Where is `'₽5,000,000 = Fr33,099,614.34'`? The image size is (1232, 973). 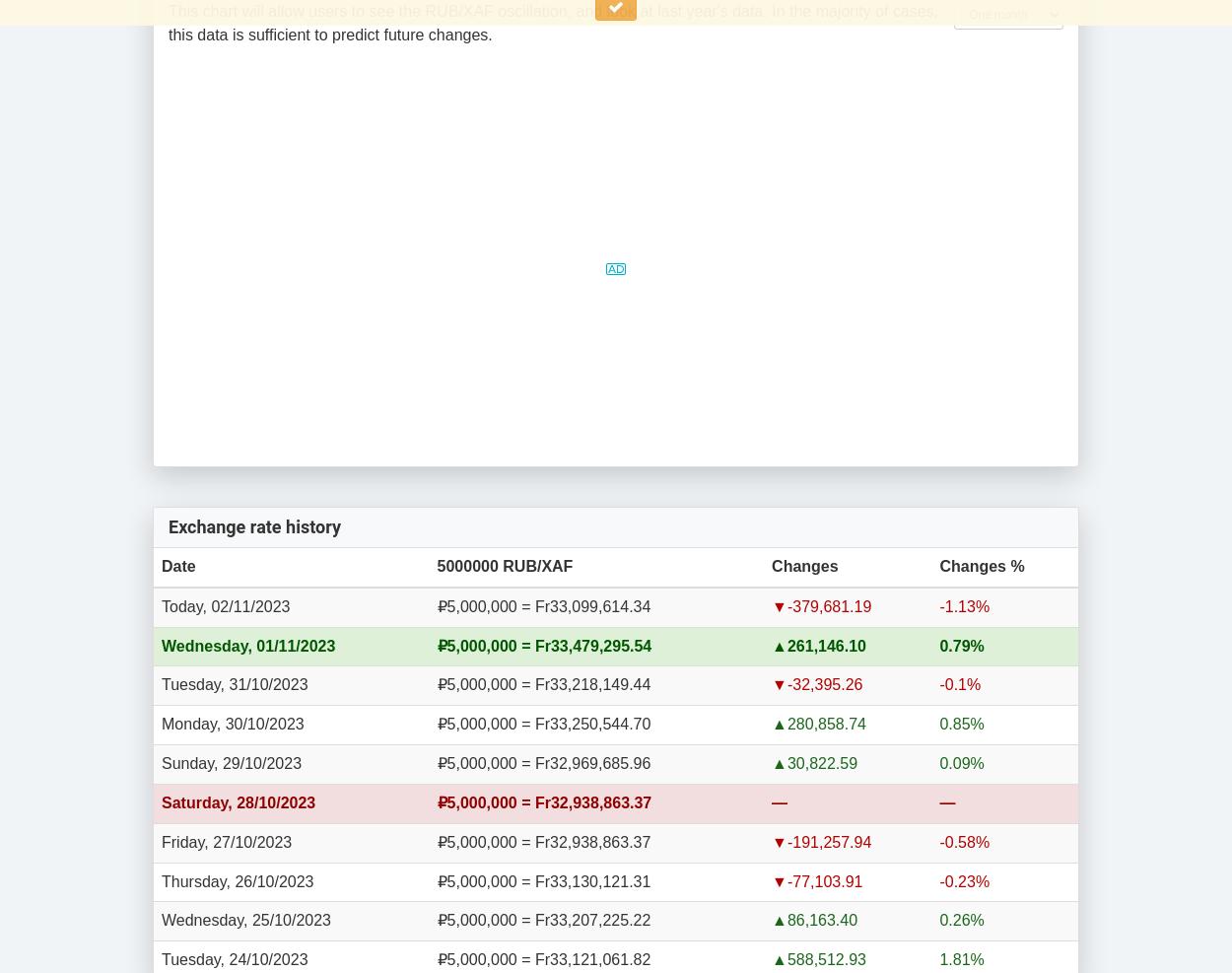 '₽5,000,000 = Fr33,099,614.34' is located at coordinates (543, 604).